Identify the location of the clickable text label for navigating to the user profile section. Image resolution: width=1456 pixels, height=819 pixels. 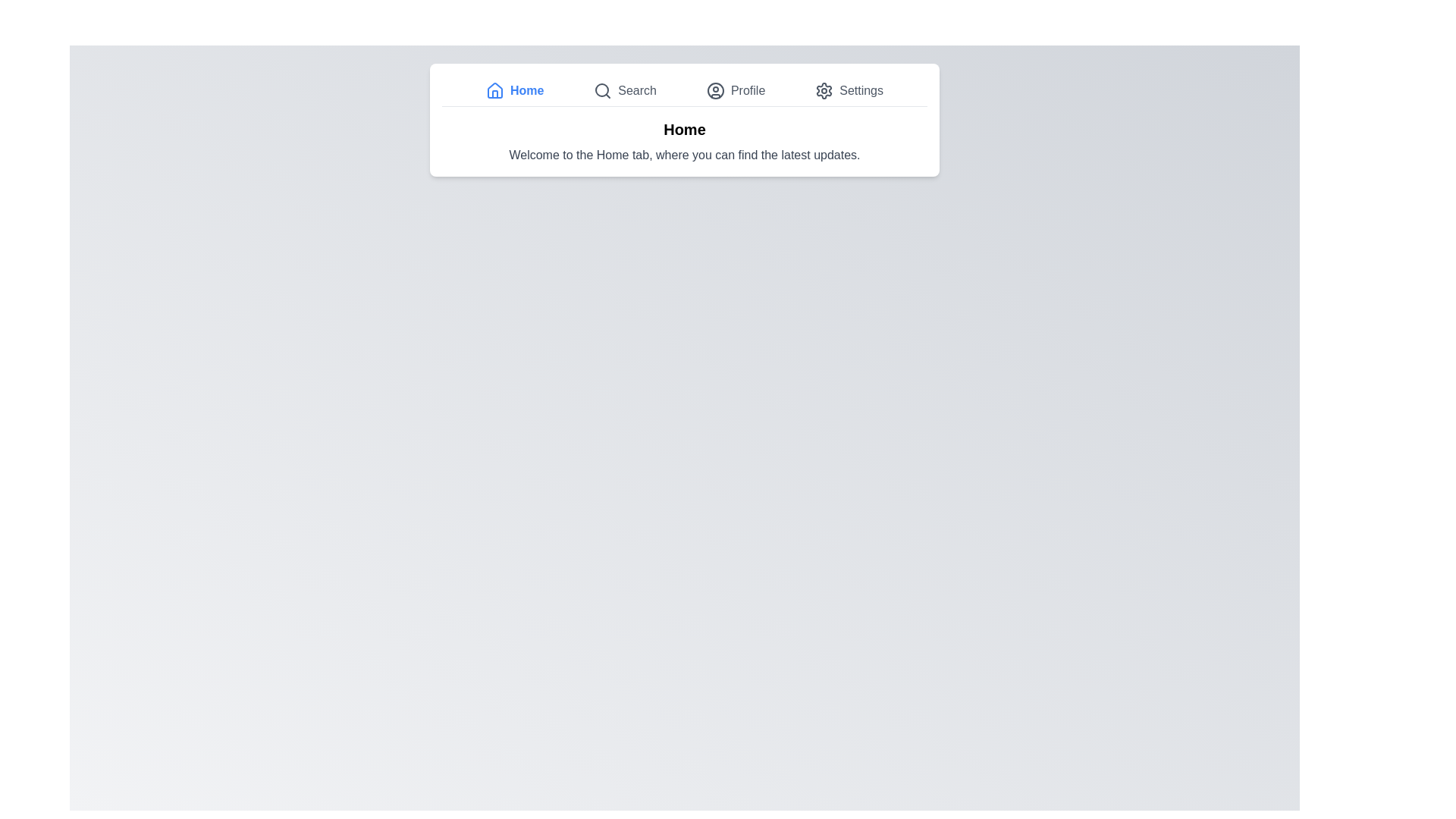
(748, 90).